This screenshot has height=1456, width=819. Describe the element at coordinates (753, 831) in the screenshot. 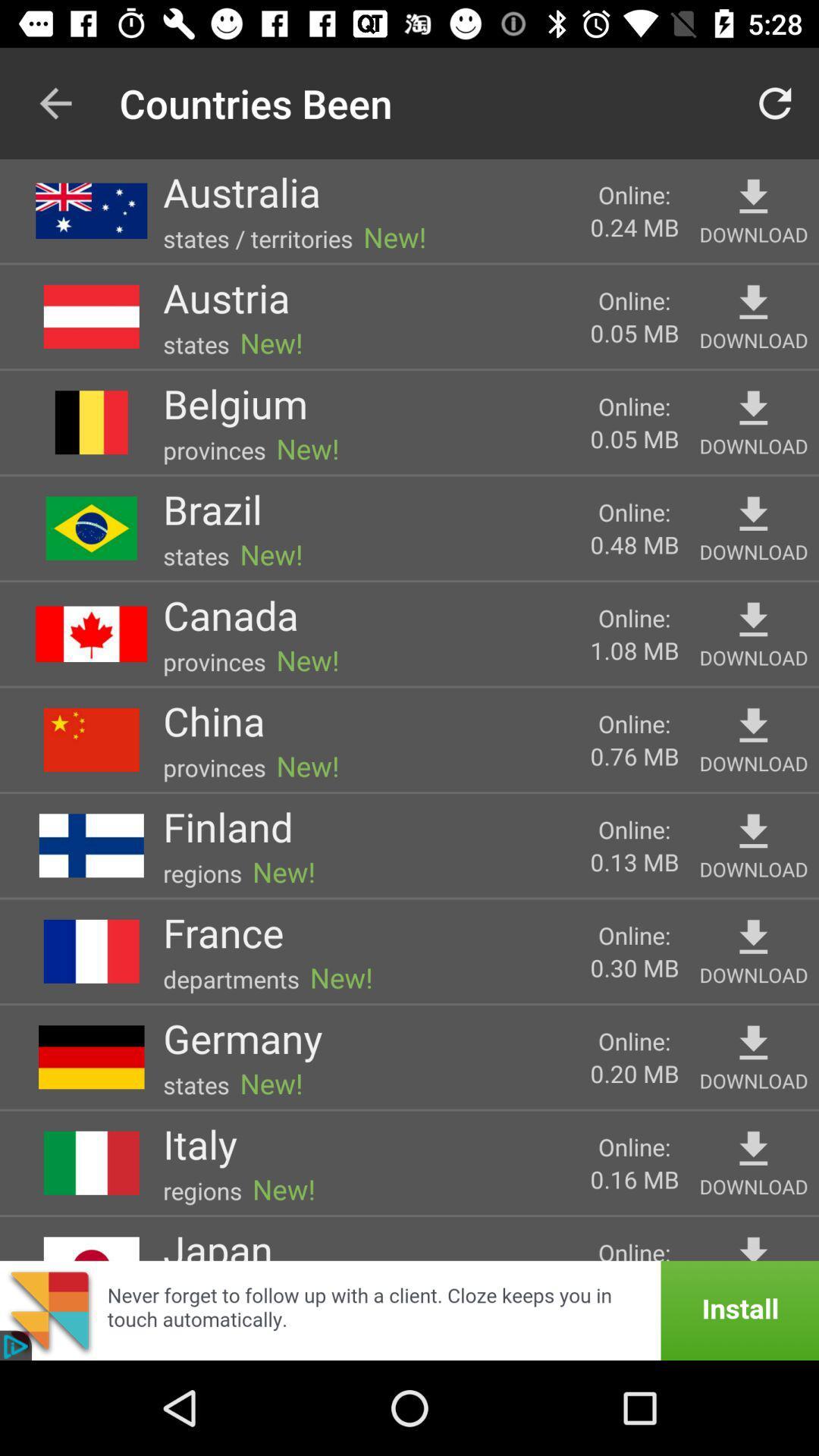

I see `download the map` at that location.